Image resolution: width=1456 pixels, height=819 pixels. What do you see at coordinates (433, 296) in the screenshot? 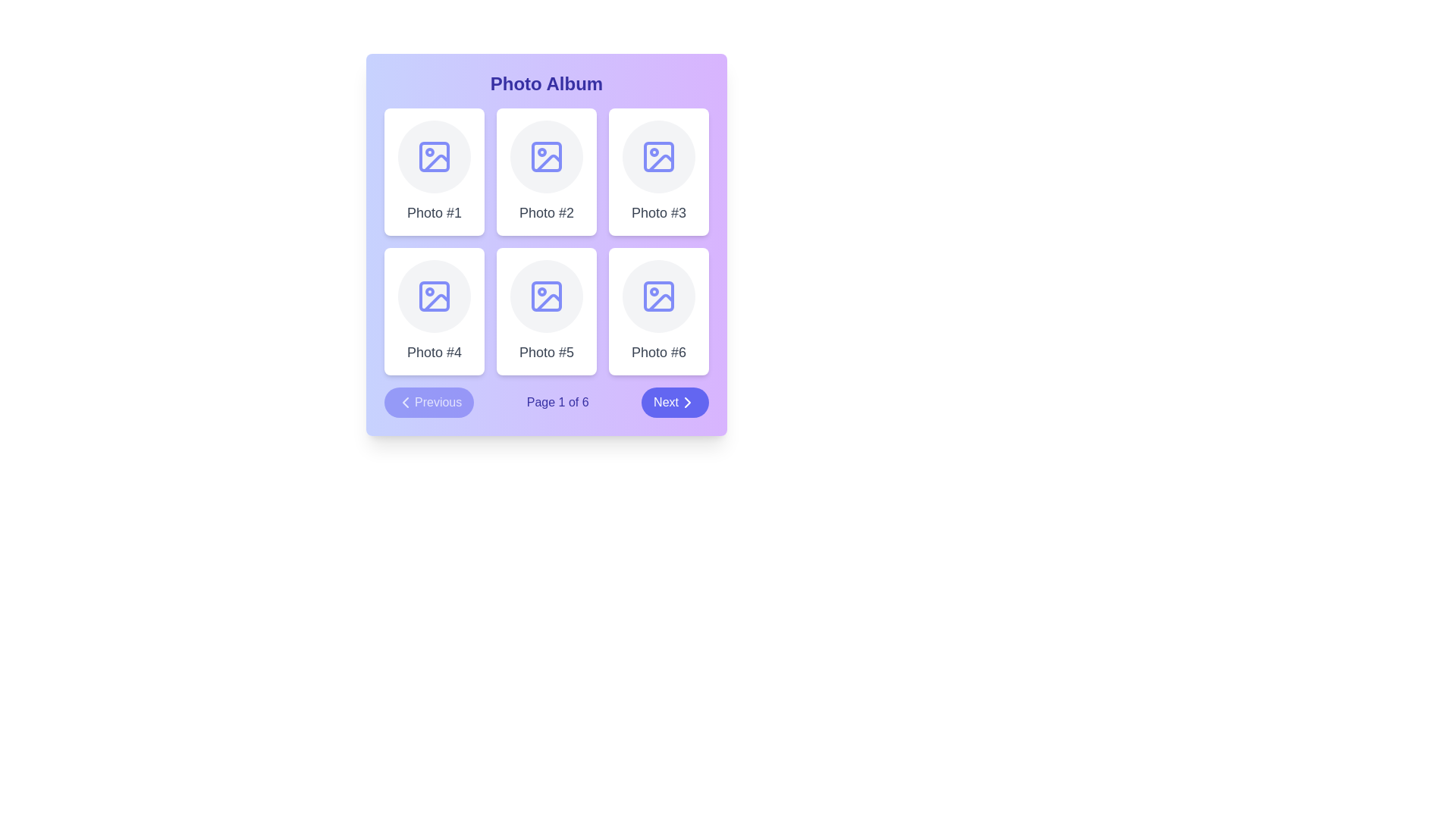
I see `the Icon placeholder located in the center of the second row under the label 'Photo #4'` at bounding box center [433, 296].